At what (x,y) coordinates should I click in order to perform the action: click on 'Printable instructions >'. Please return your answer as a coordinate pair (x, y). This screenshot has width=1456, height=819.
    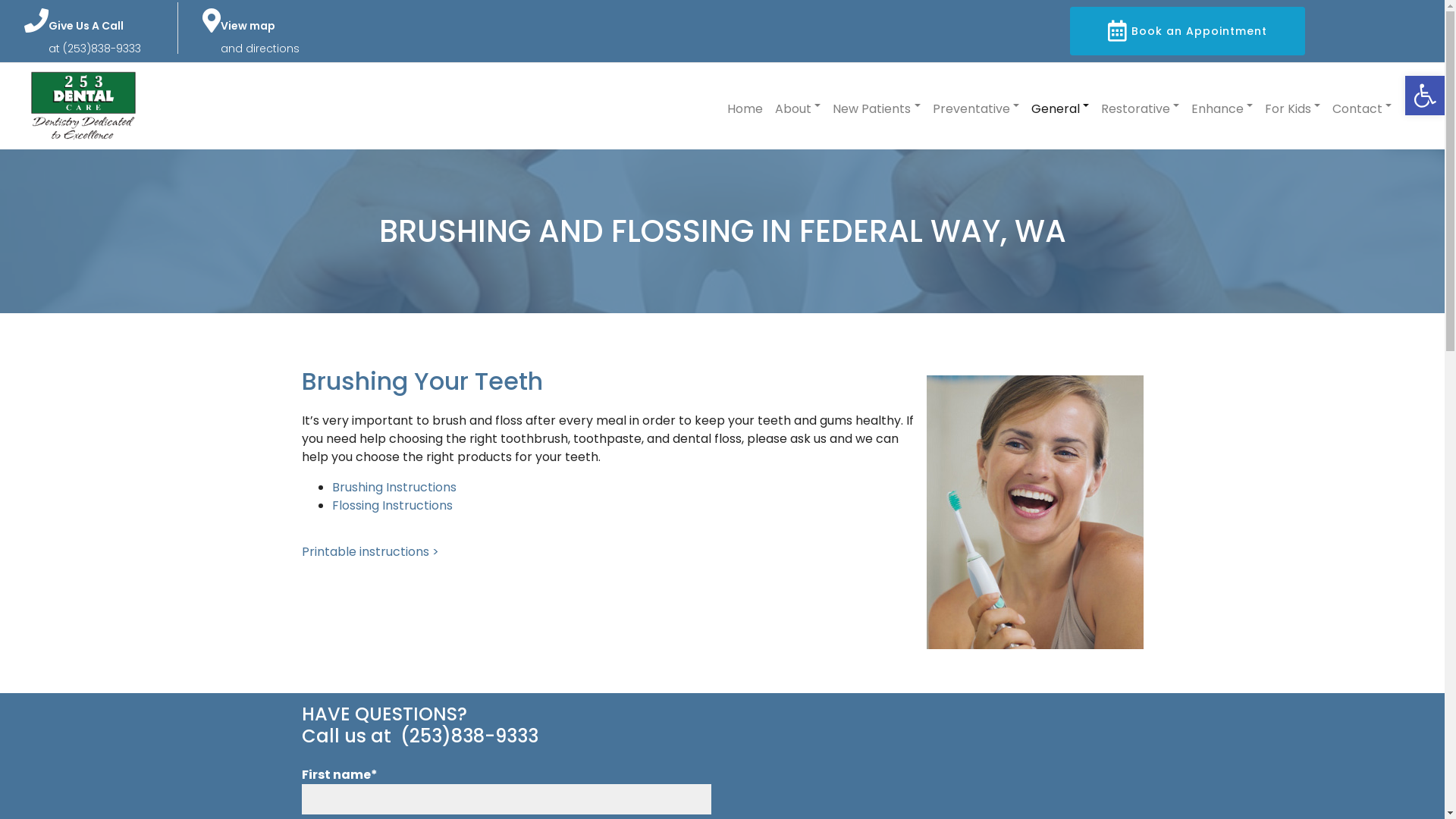
    Looking at the image, I should click on (370, 551).